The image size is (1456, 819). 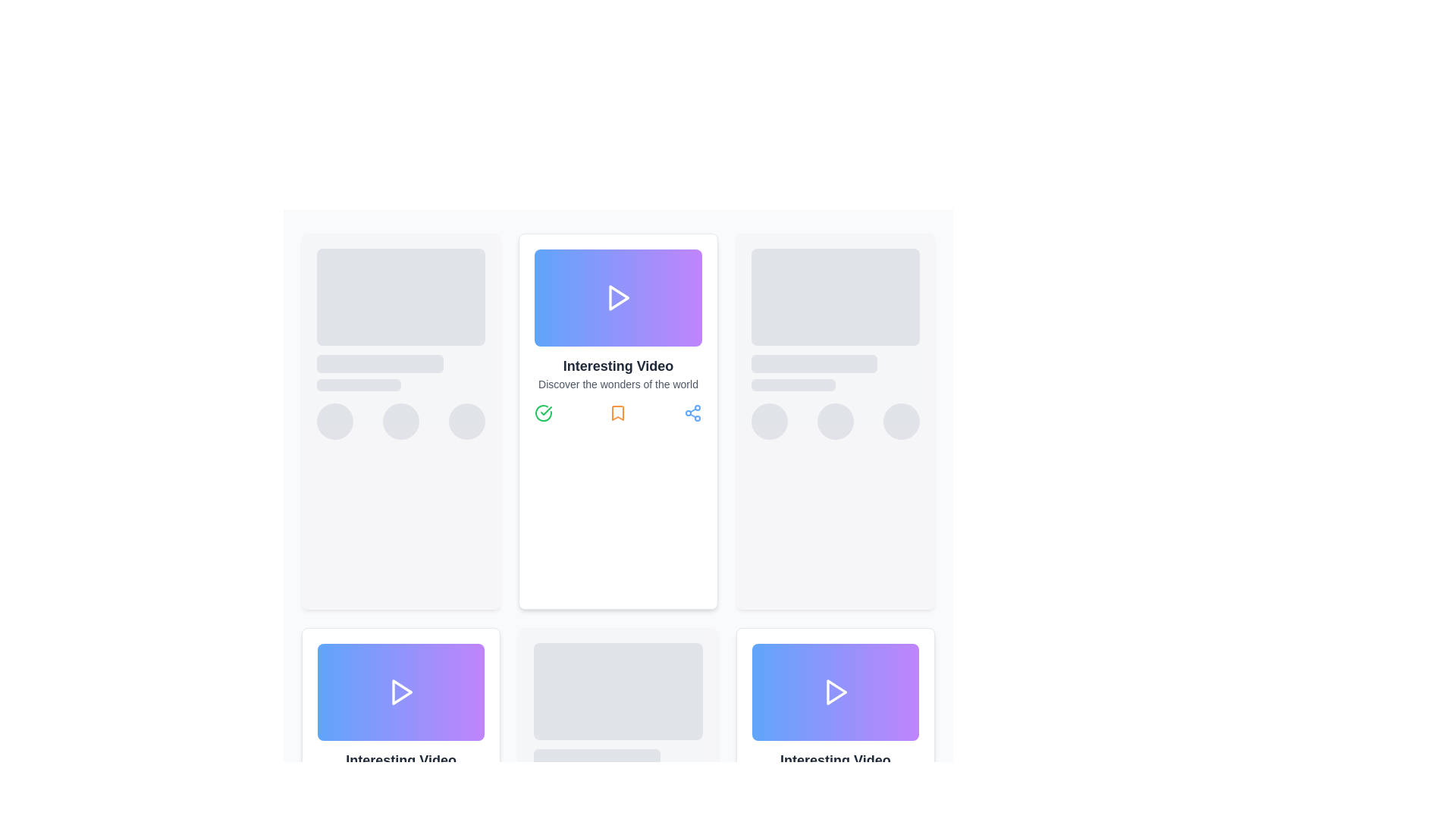 I want to click on the triangular-shaped play icon located within the gradient background of the 'Interesting Video' card to trigger the tooltip or interaction, so click(x=618, y=298).